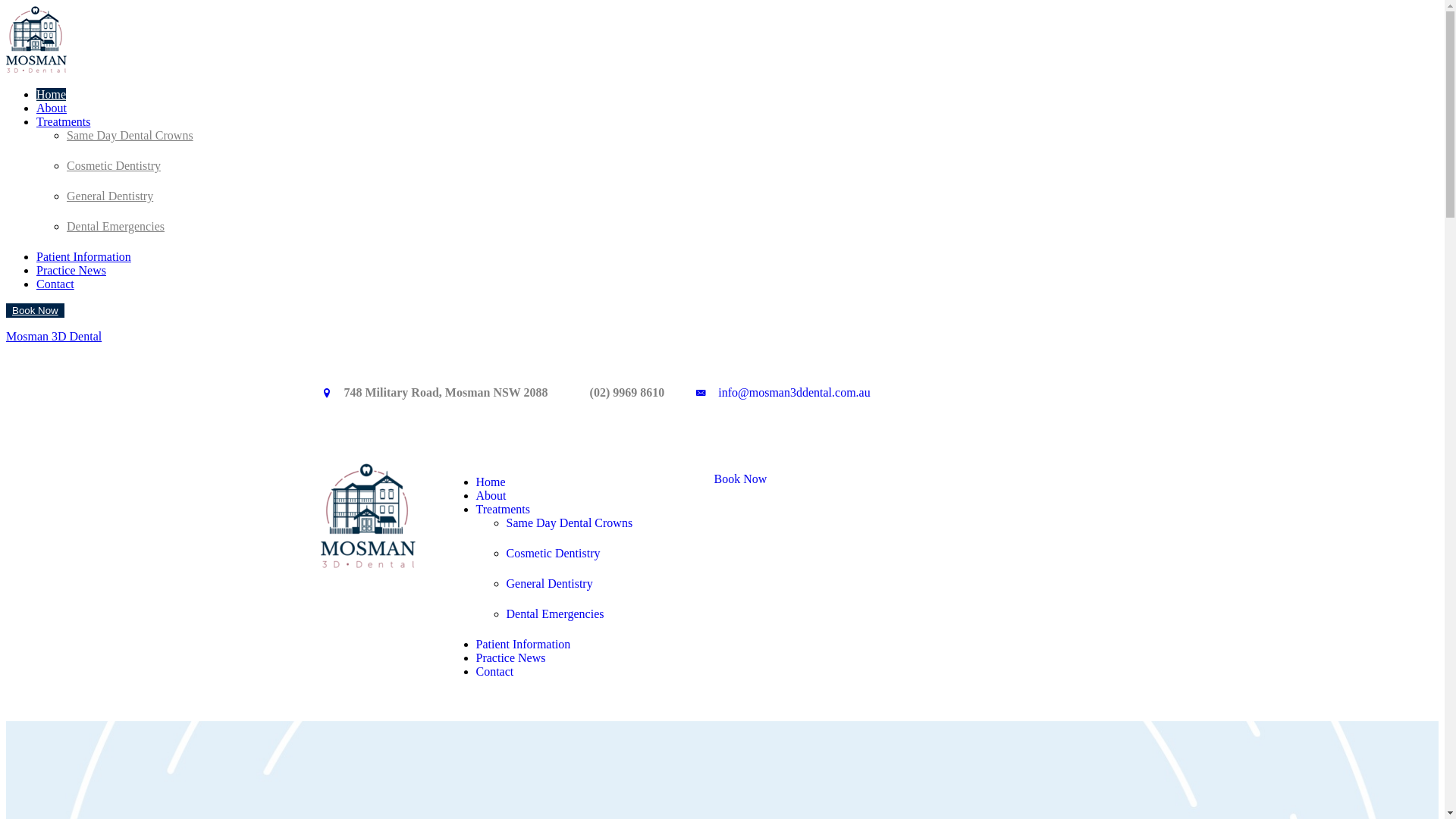 The width and height of the screenshot is (1456, 819). I want to click on 'Dental Emergencies', so click(506, 608).